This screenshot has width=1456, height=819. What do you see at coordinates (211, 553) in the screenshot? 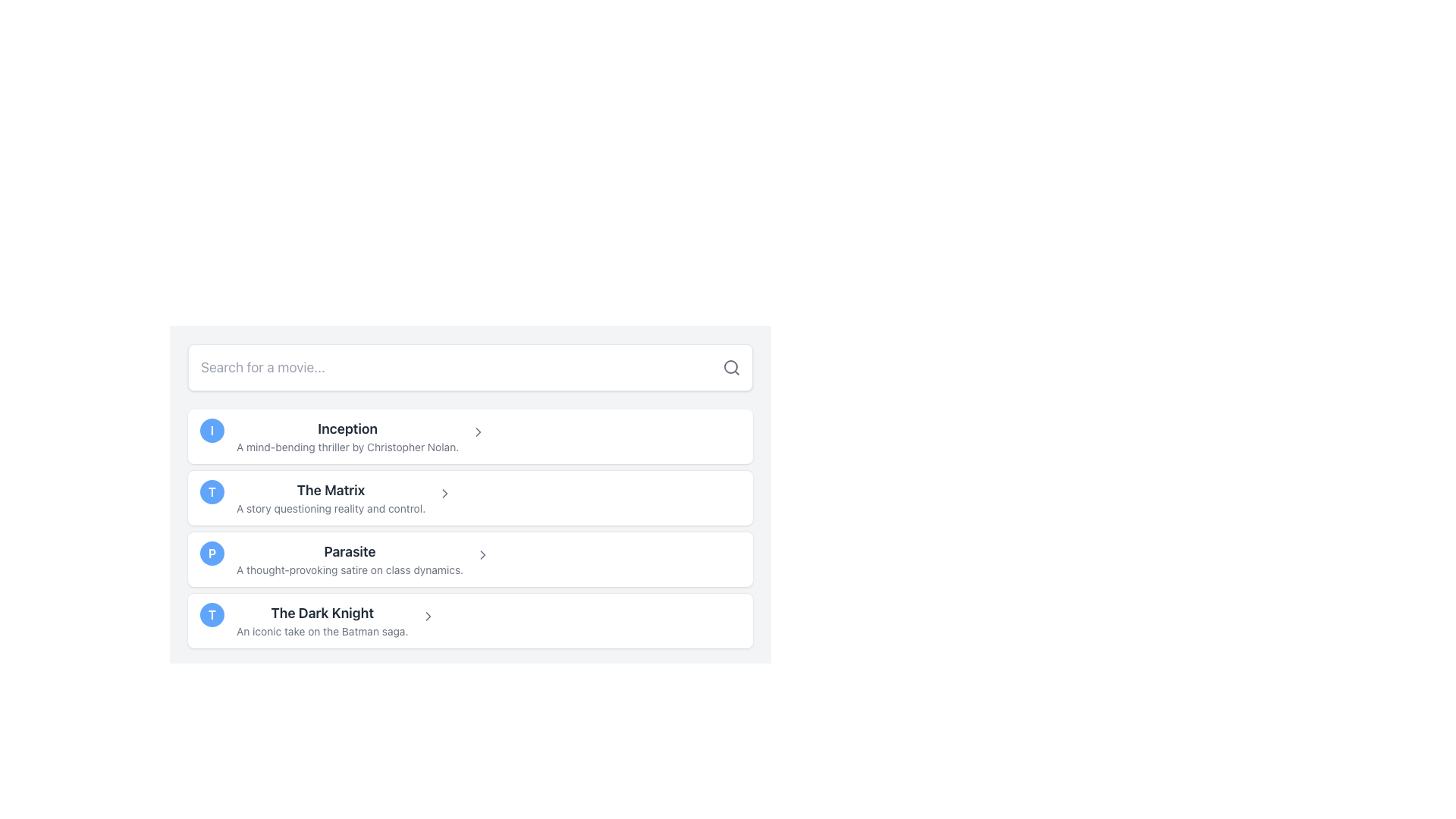
I see `the circular blue badge with a white outline and the letter 'P' that is positioned to the left of the movie title 'Parasite'` at bounding box center [211, 553].